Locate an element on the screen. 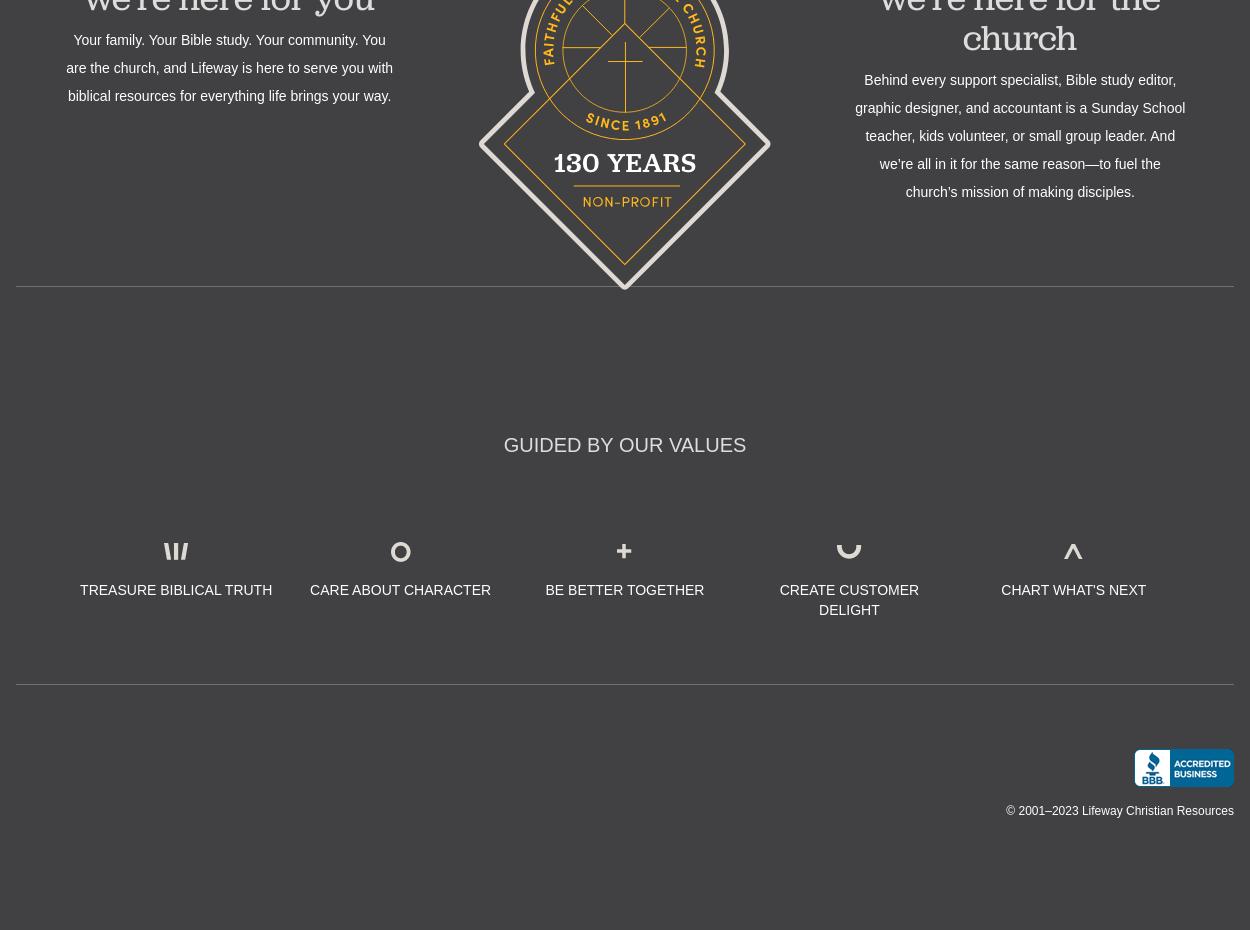 The width and height of the screenshot is (1250, 930). 'BE BETTER TOGETHER' is located at coordinates (623, 588).